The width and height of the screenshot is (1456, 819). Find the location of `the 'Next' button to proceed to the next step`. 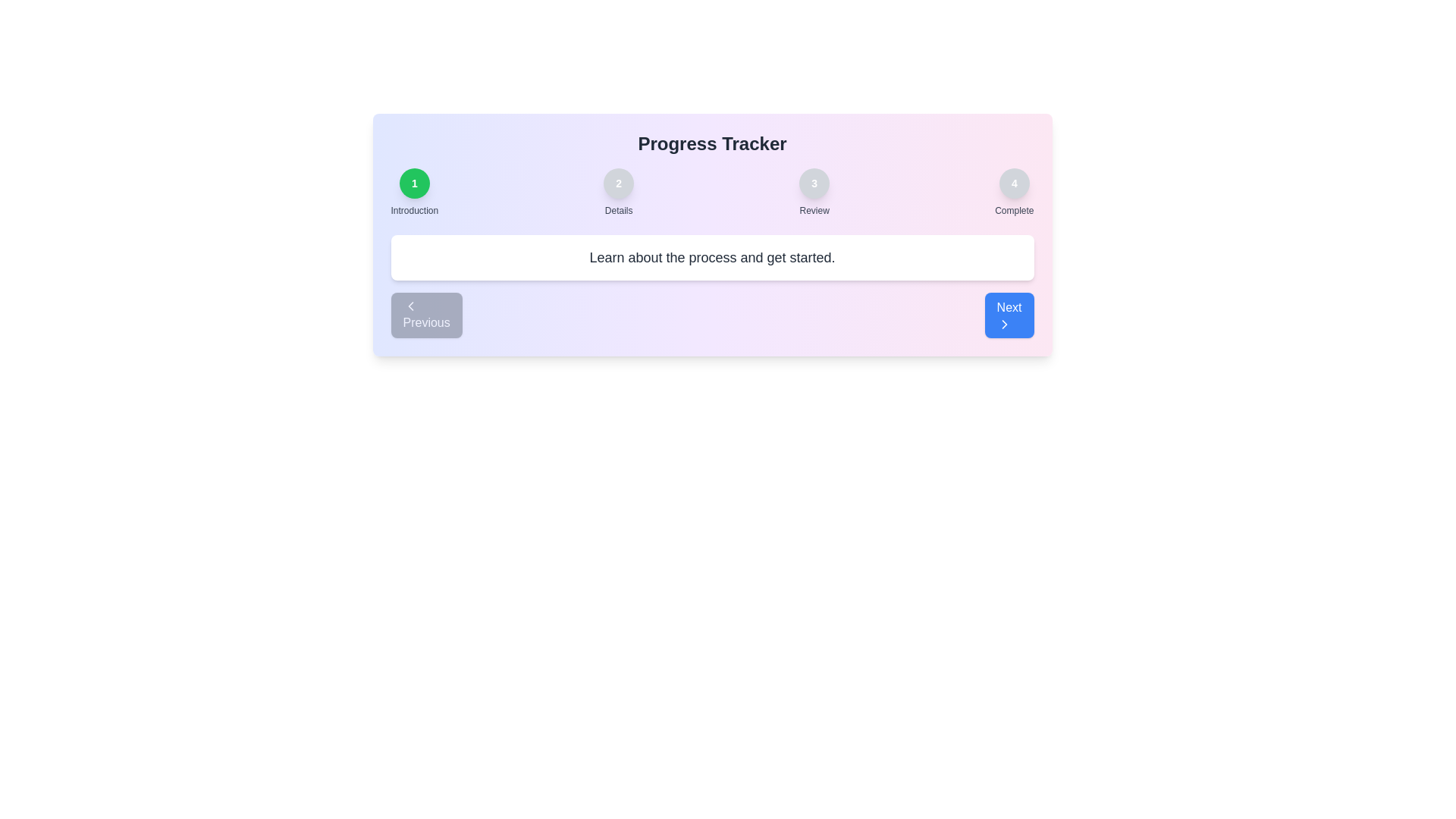

the 'Next' button to proceed to the next step is located at coordinates (1009, 315).